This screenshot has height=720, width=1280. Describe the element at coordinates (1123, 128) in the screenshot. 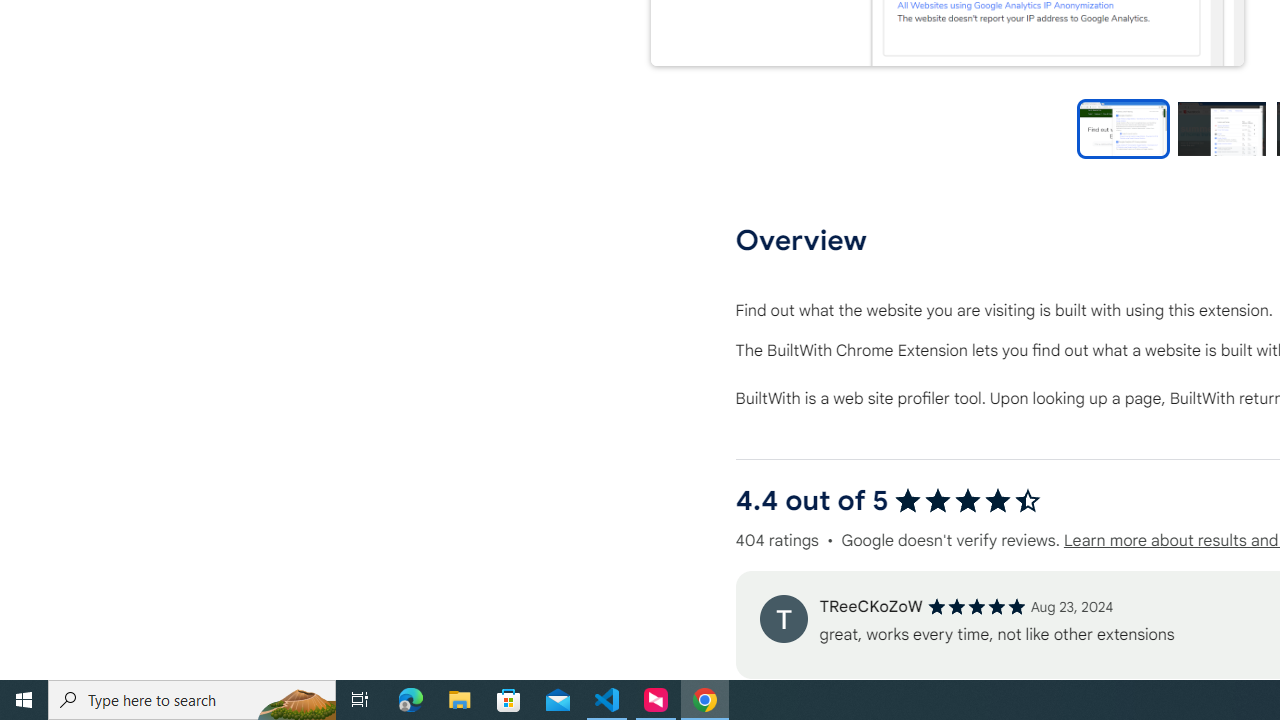

I see `'Preview slide 1'` at that location.